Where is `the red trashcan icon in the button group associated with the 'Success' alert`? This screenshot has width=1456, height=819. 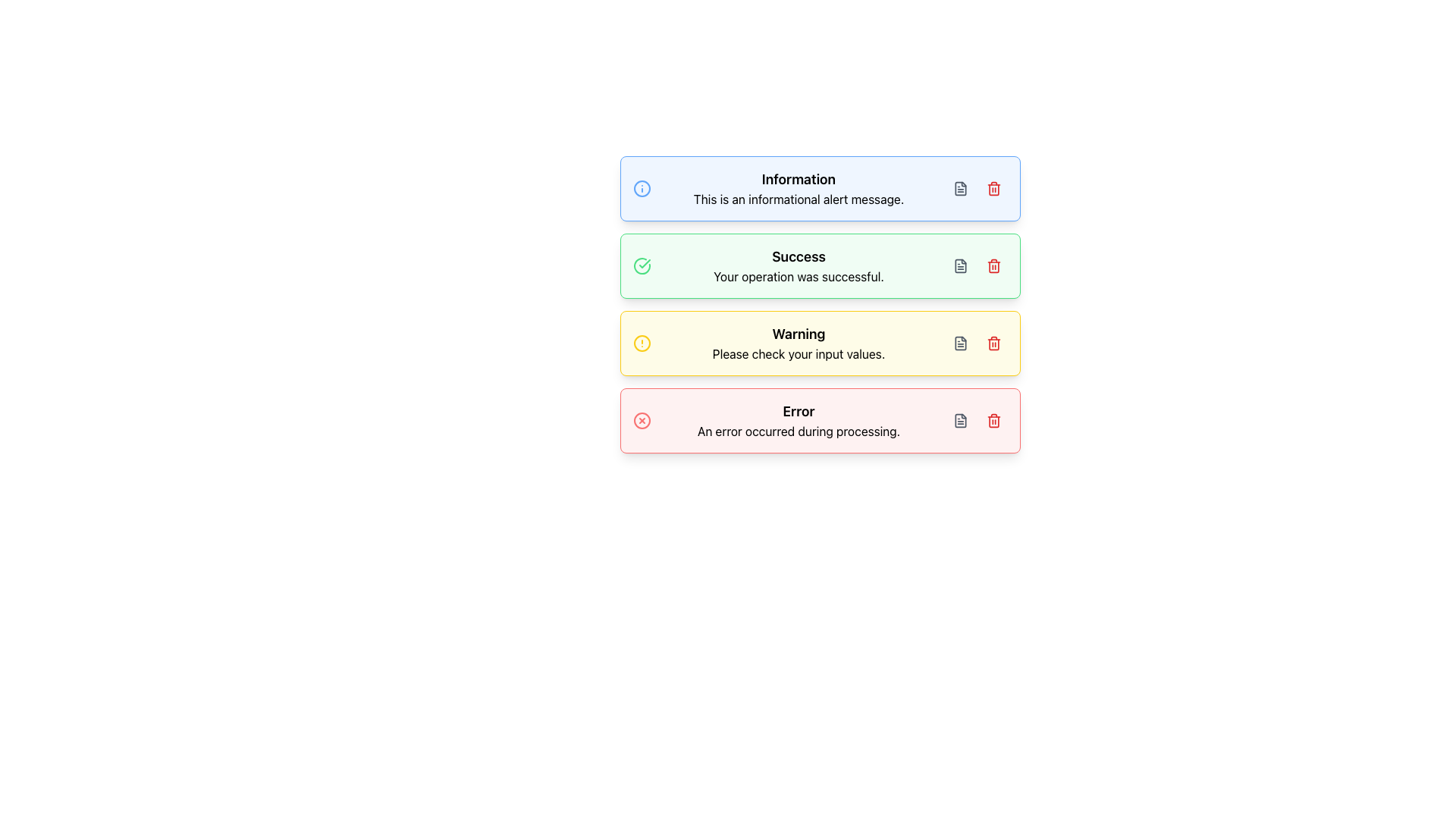 the red trashcan icon in the button group associated with the 'Success' alert is located at coordinates (977, 265).